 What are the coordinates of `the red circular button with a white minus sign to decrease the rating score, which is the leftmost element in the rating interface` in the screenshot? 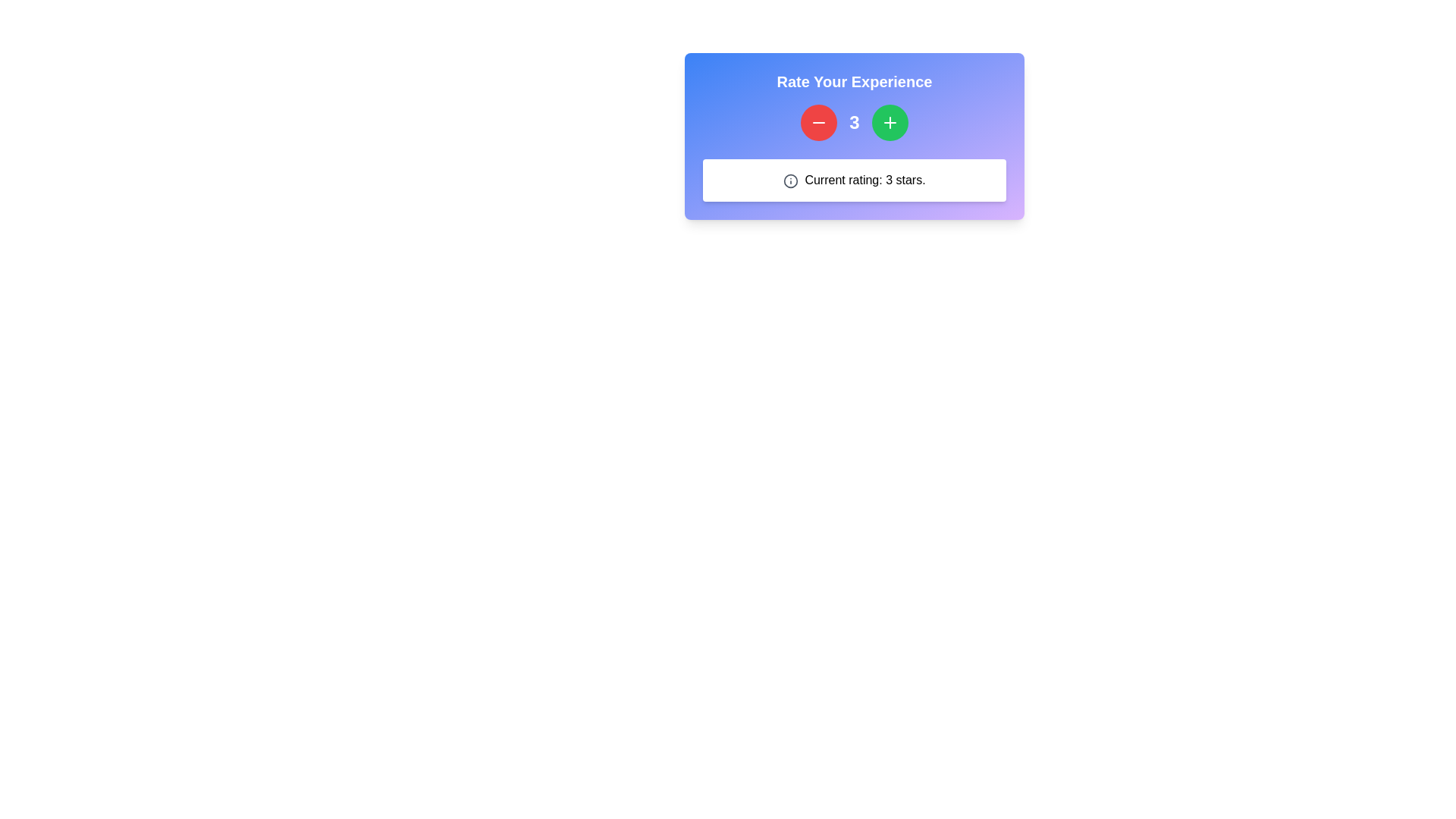 It's located at (818, 122).